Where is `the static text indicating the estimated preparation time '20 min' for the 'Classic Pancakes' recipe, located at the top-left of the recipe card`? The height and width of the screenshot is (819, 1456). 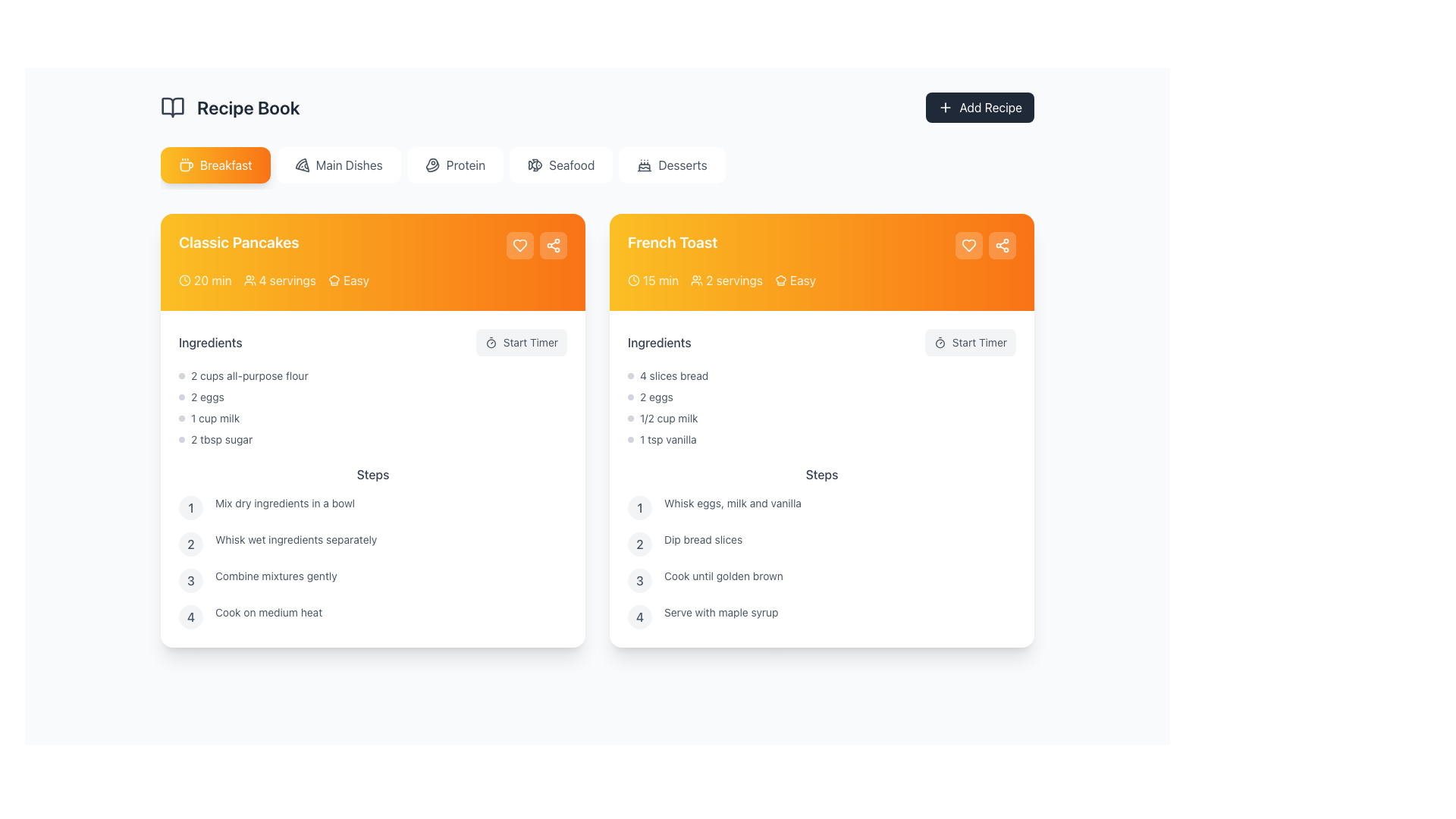
the static text indicating the estimated preparation time '20 min' for the 'Classic Pancakes' recipe, located at the top-left of the recipe card is located at coordinates (212, 281).